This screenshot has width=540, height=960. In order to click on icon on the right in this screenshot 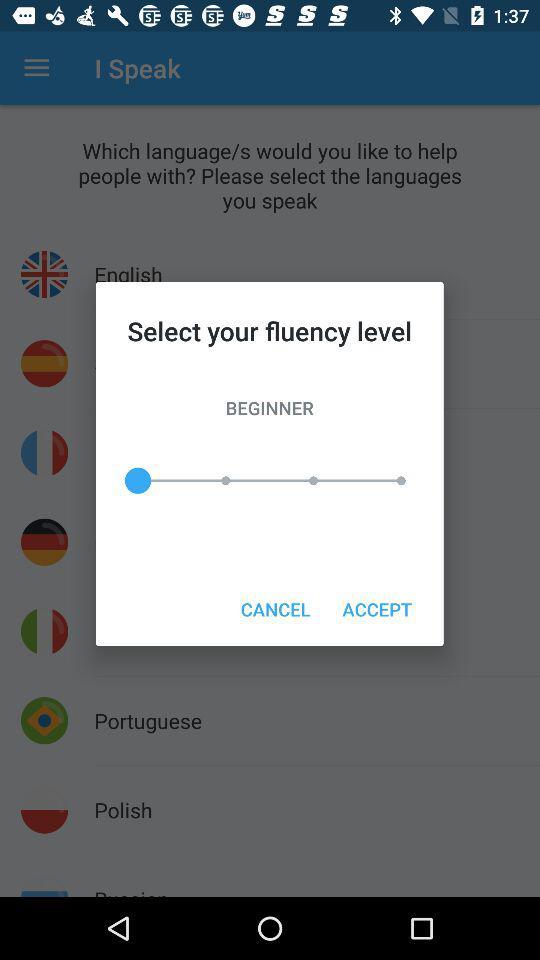, I will do `click(377, 608)`.